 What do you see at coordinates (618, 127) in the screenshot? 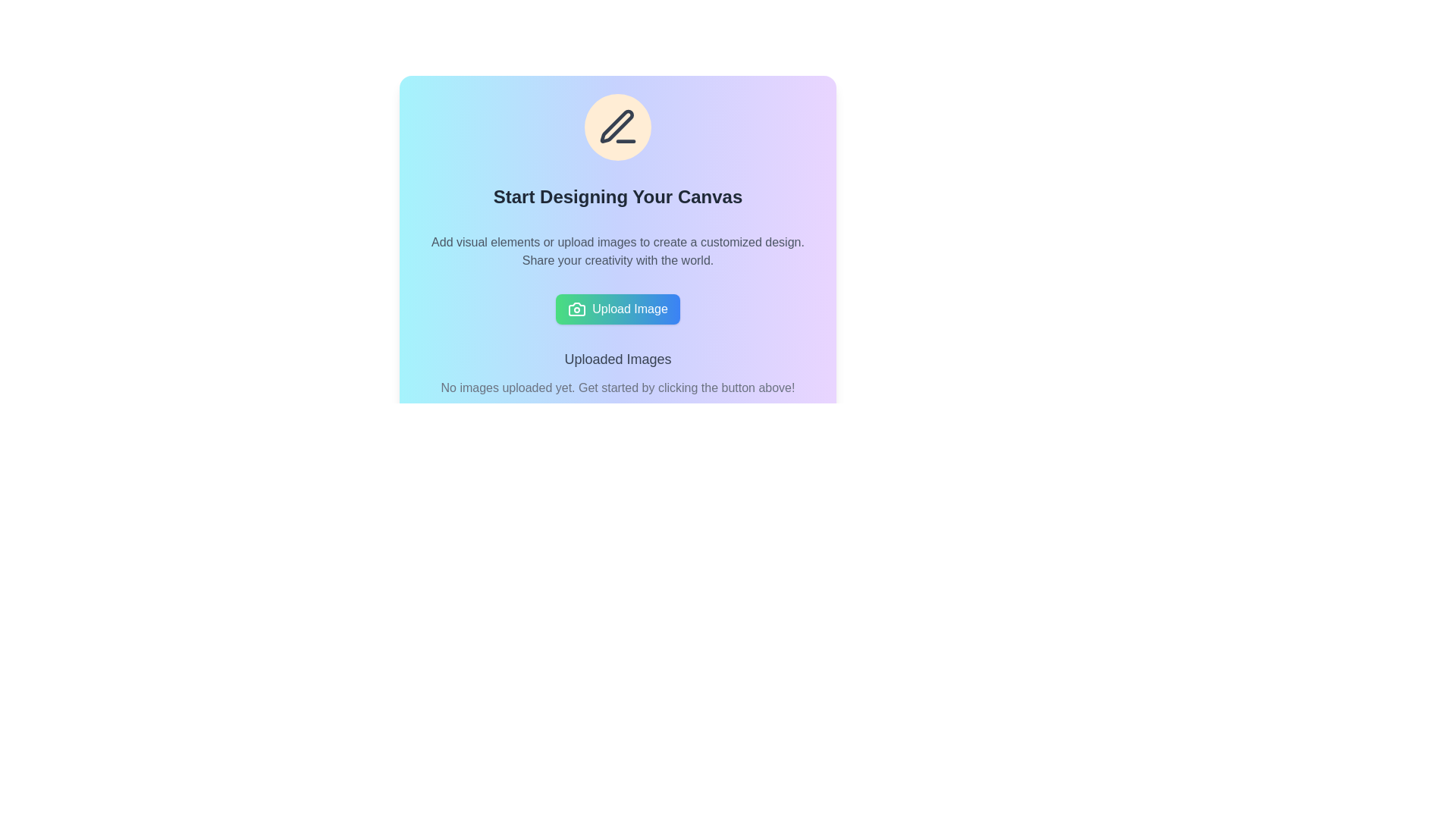
I see `the central editing icon within the orange circular design located at the top center of the main interface panel` at bounding box center [618, 127].